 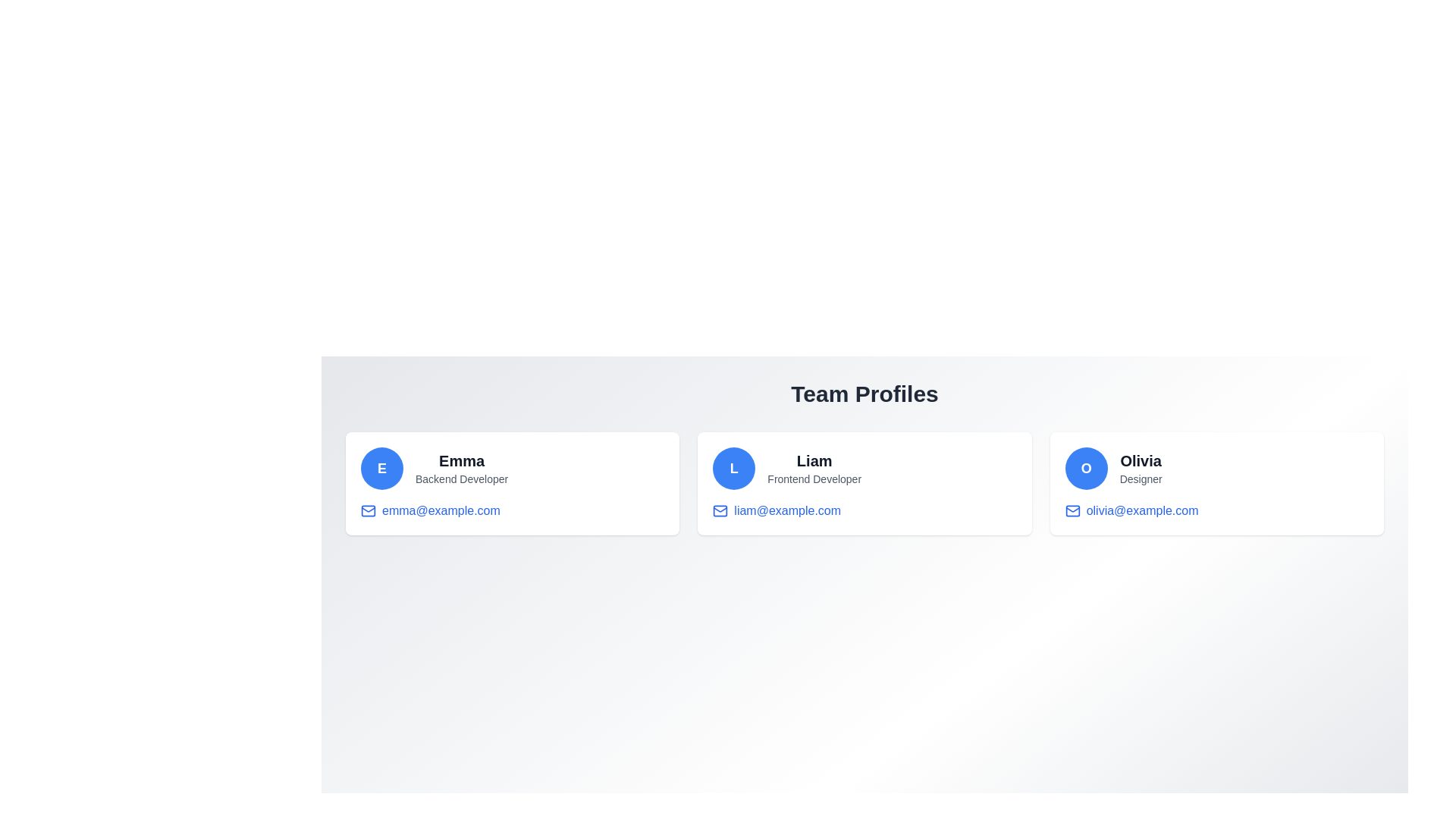 I want to click on the email address 'emma@example.com' in blue font located below the name 'Emma - Backend Developer' in the leftmost profile card of the 'Team Profiles' section to copy it, so click(x=440, y=511).